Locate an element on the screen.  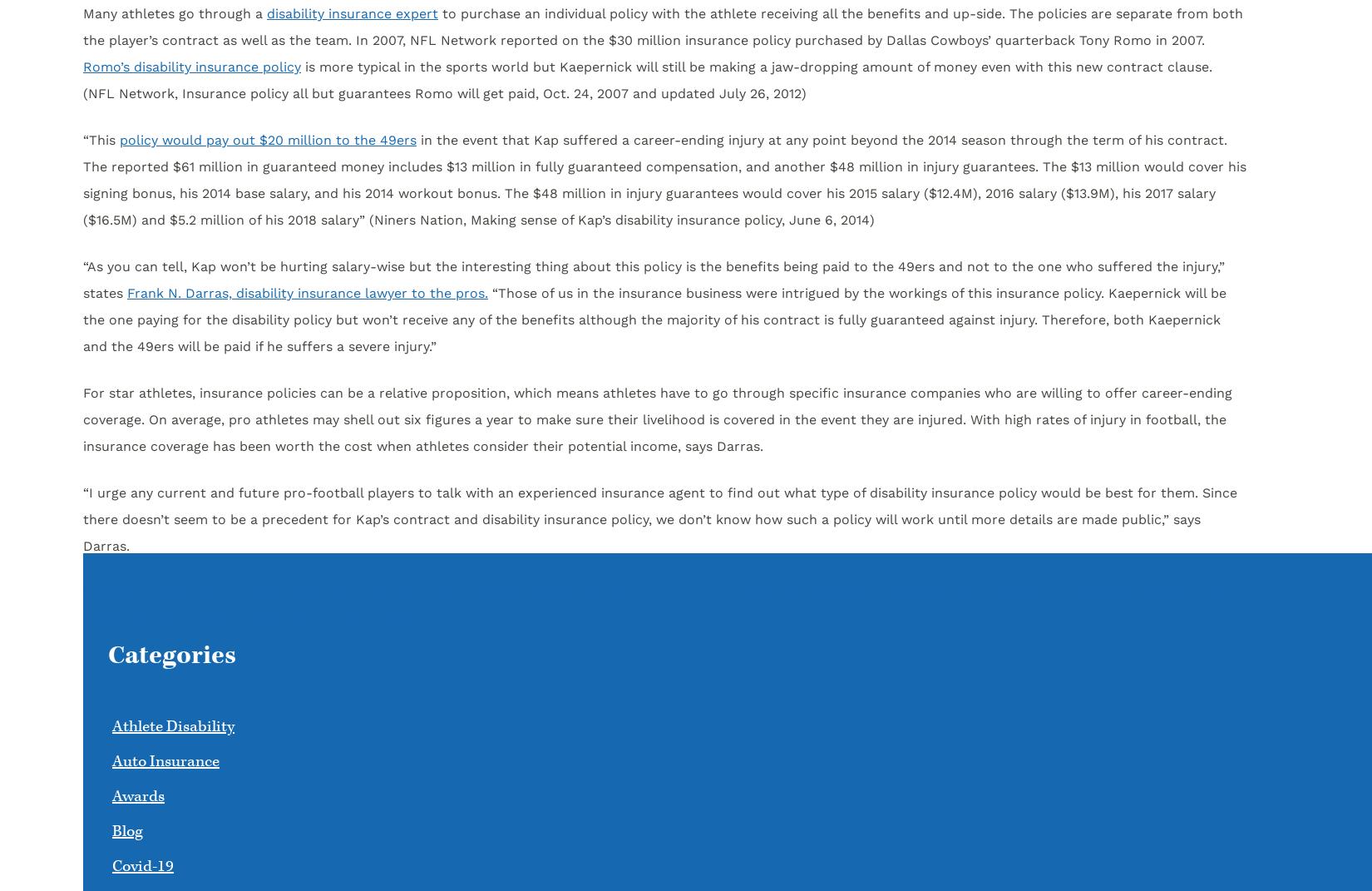
'Athlete Disability' is located at coordinates (173, 726).